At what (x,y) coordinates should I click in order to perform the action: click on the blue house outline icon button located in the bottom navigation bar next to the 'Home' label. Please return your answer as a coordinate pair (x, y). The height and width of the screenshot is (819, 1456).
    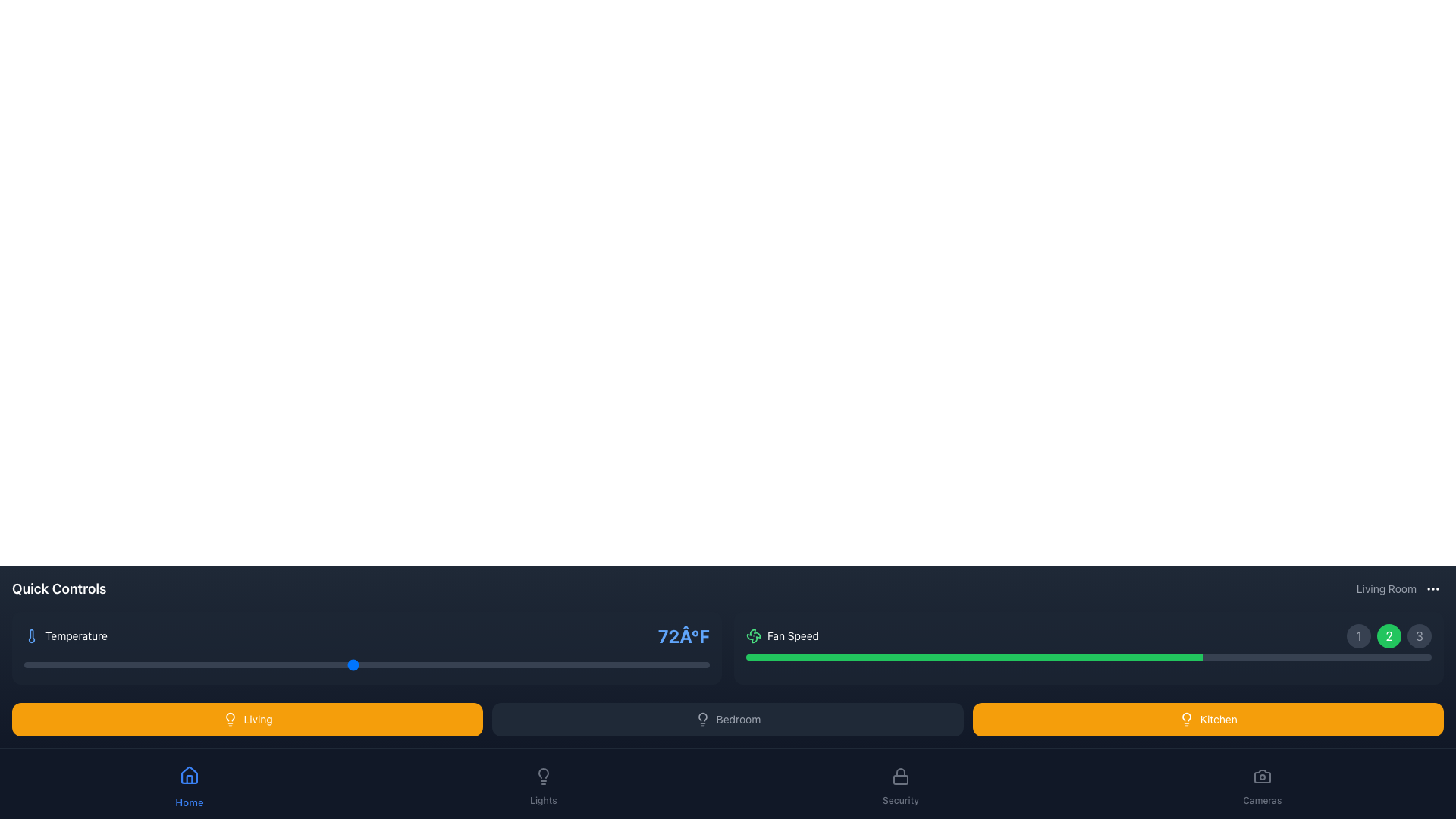
    Looking at the image, I should click on (188, 775).